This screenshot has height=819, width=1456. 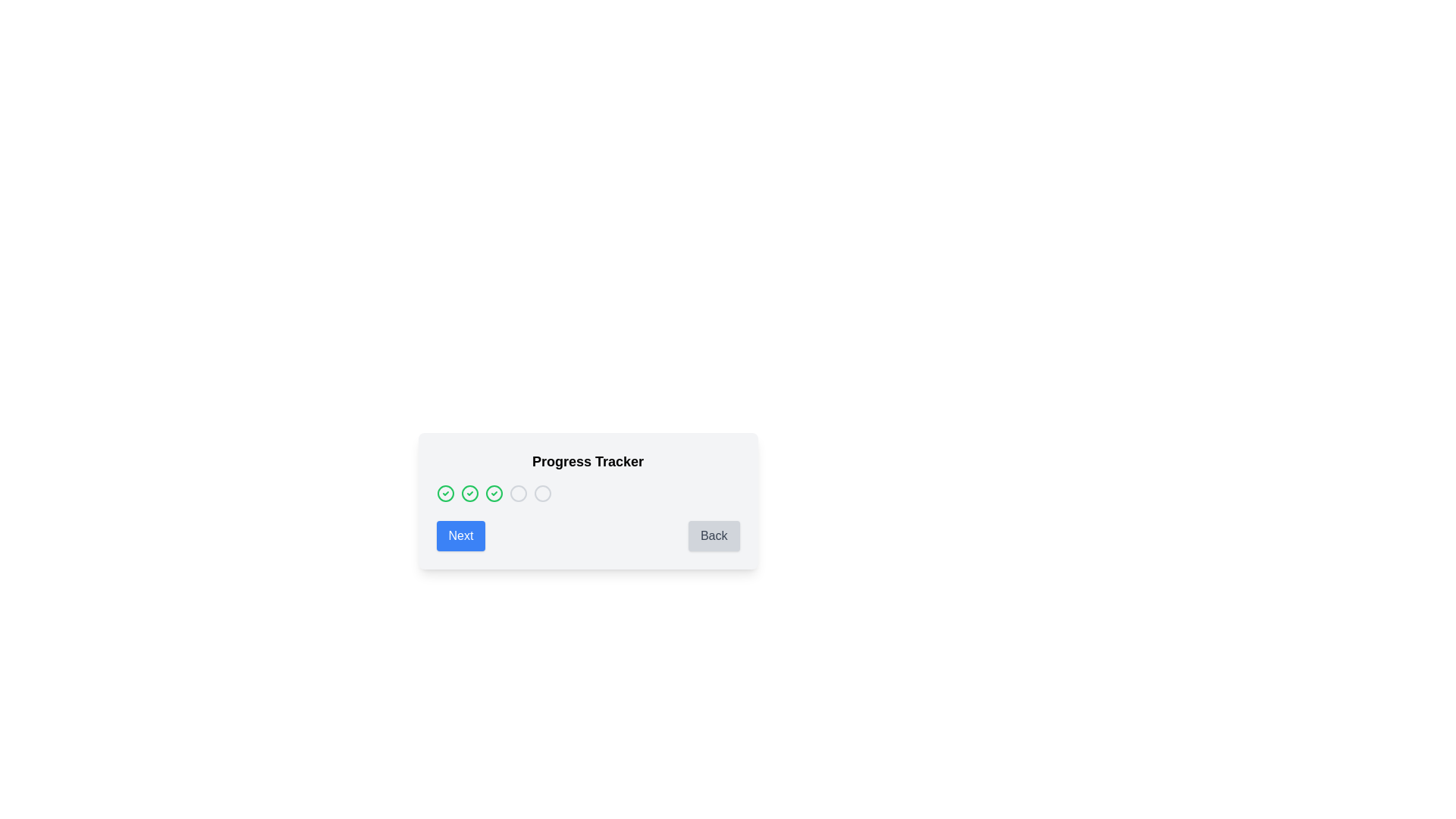 I want to click on the fourth circular Progress step indicator icon, which is styled in light gray and represents an incomplete step, so click(x=518, y=494).